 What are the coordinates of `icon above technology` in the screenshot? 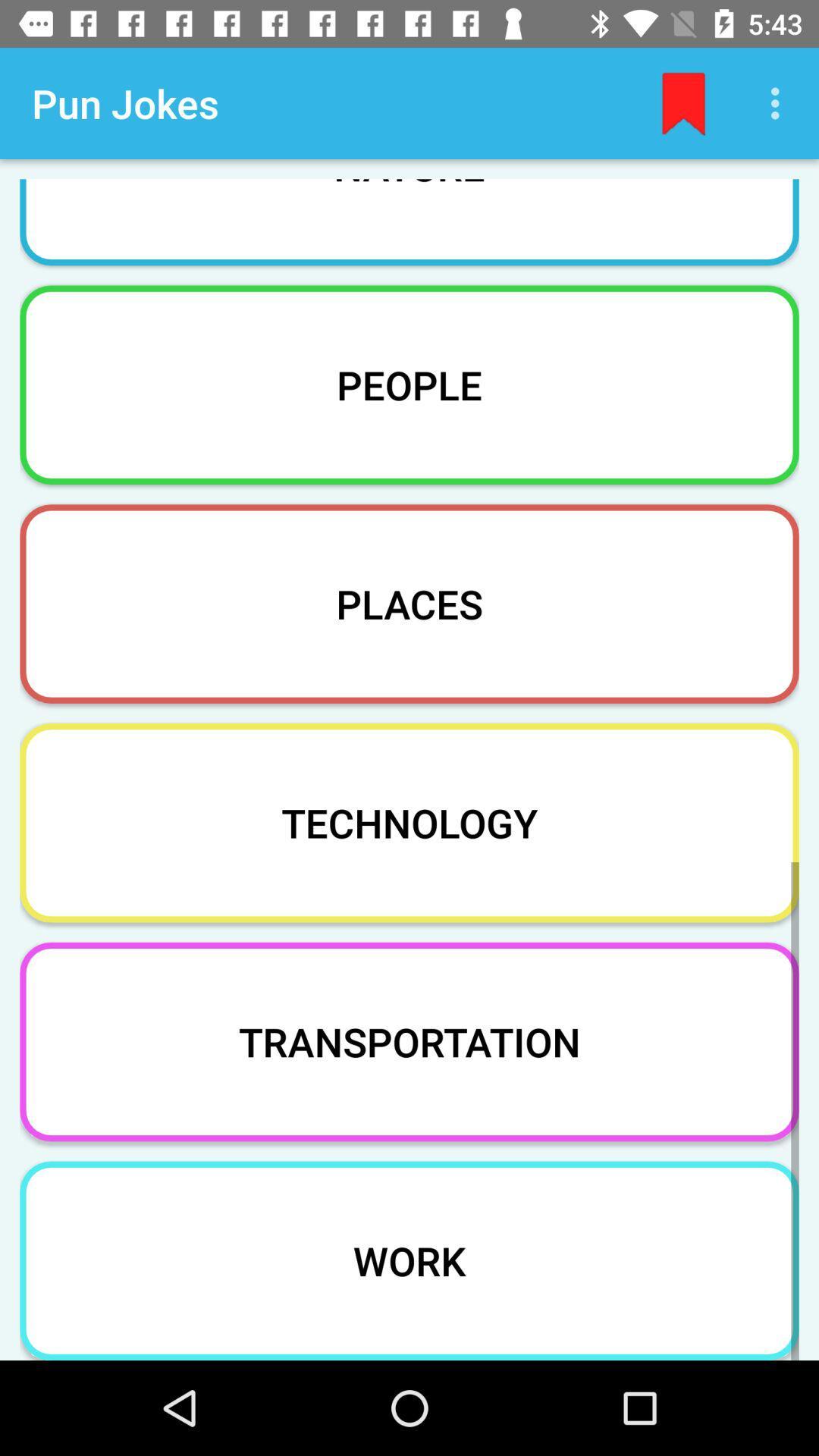 It's located at (409, 603).